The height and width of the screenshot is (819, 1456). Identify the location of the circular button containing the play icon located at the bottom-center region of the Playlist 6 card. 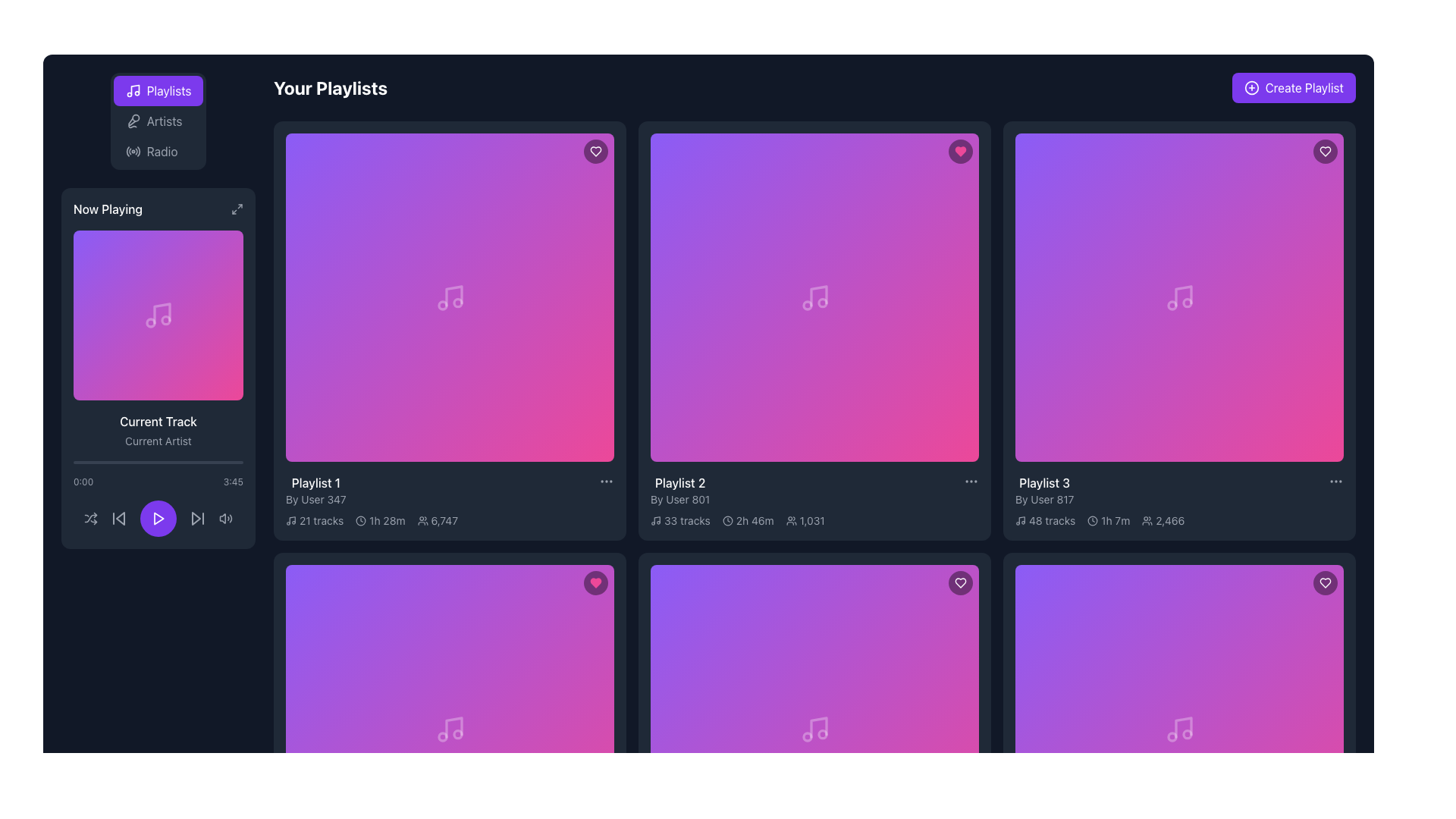
(814, 728).